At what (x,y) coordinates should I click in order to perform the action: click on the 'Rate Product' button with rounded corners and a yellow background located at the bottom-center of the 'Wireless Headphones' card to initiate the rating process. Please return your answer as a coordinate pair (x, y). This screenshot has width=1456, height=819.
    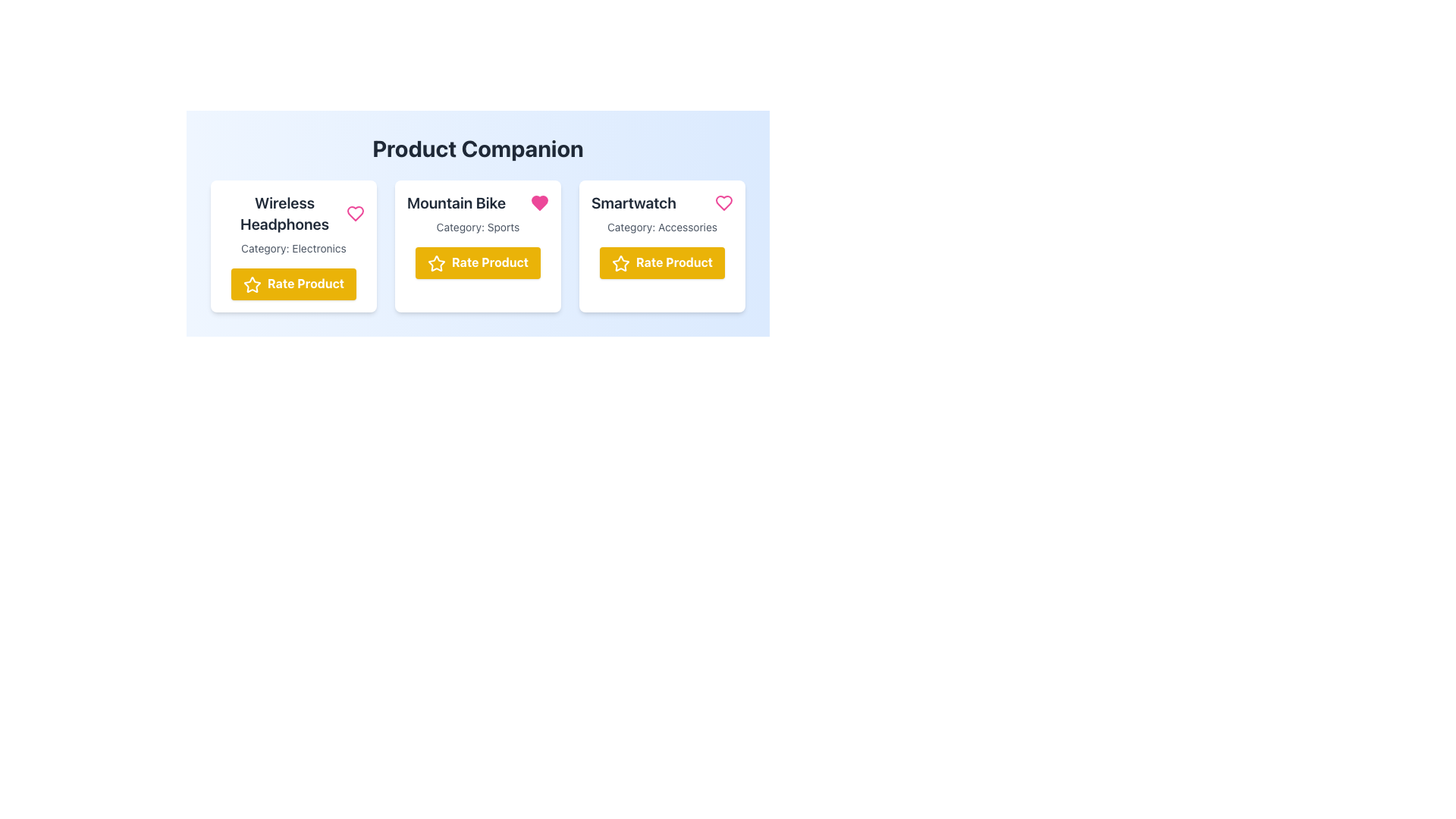
    Looking at the image, I should click on (293, 284).